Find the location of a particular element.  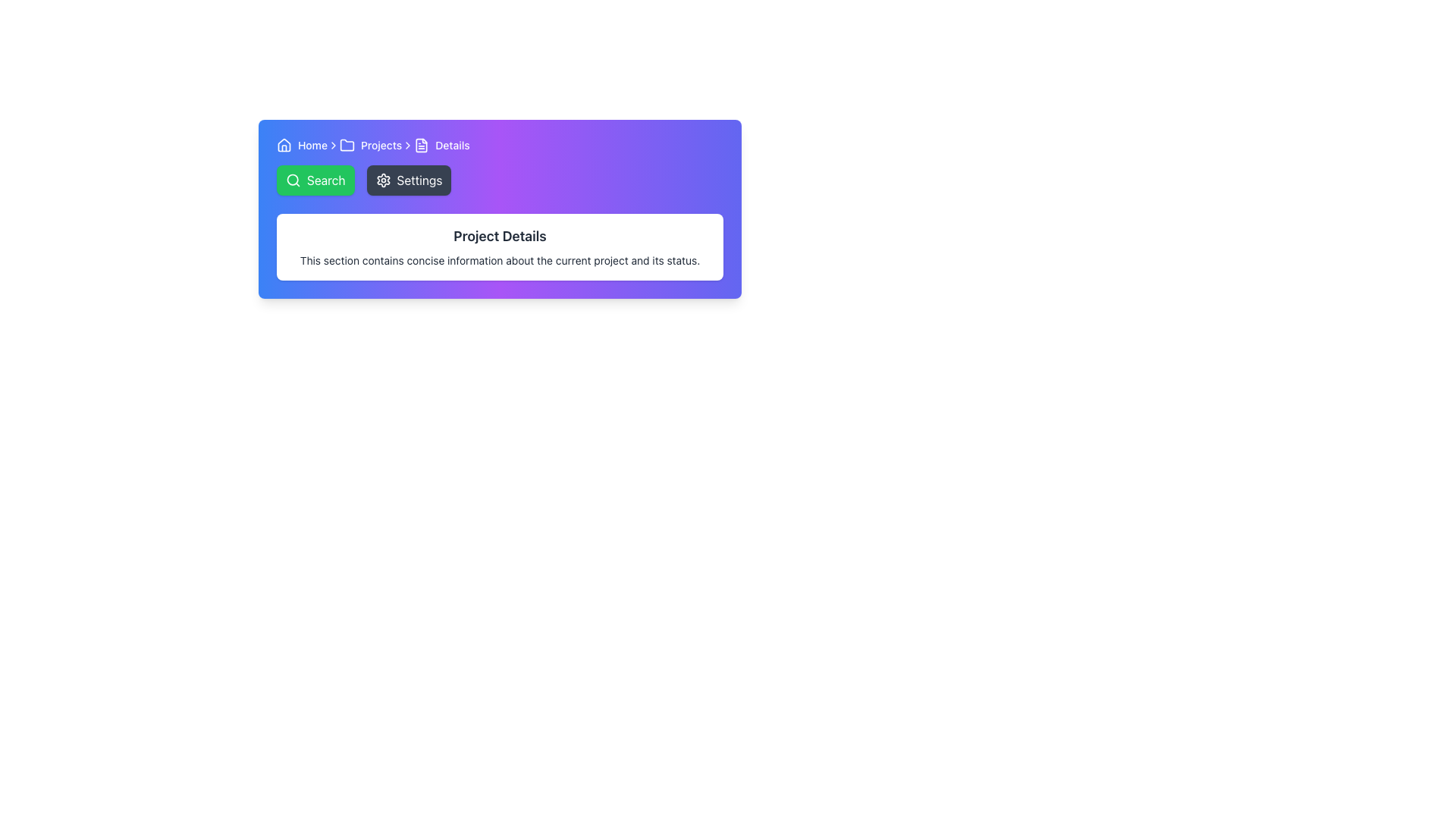

the SVG Folder Icon located to the left of the 'Projects' text in the breadcrumb trail is located at coordinates (346, 146).